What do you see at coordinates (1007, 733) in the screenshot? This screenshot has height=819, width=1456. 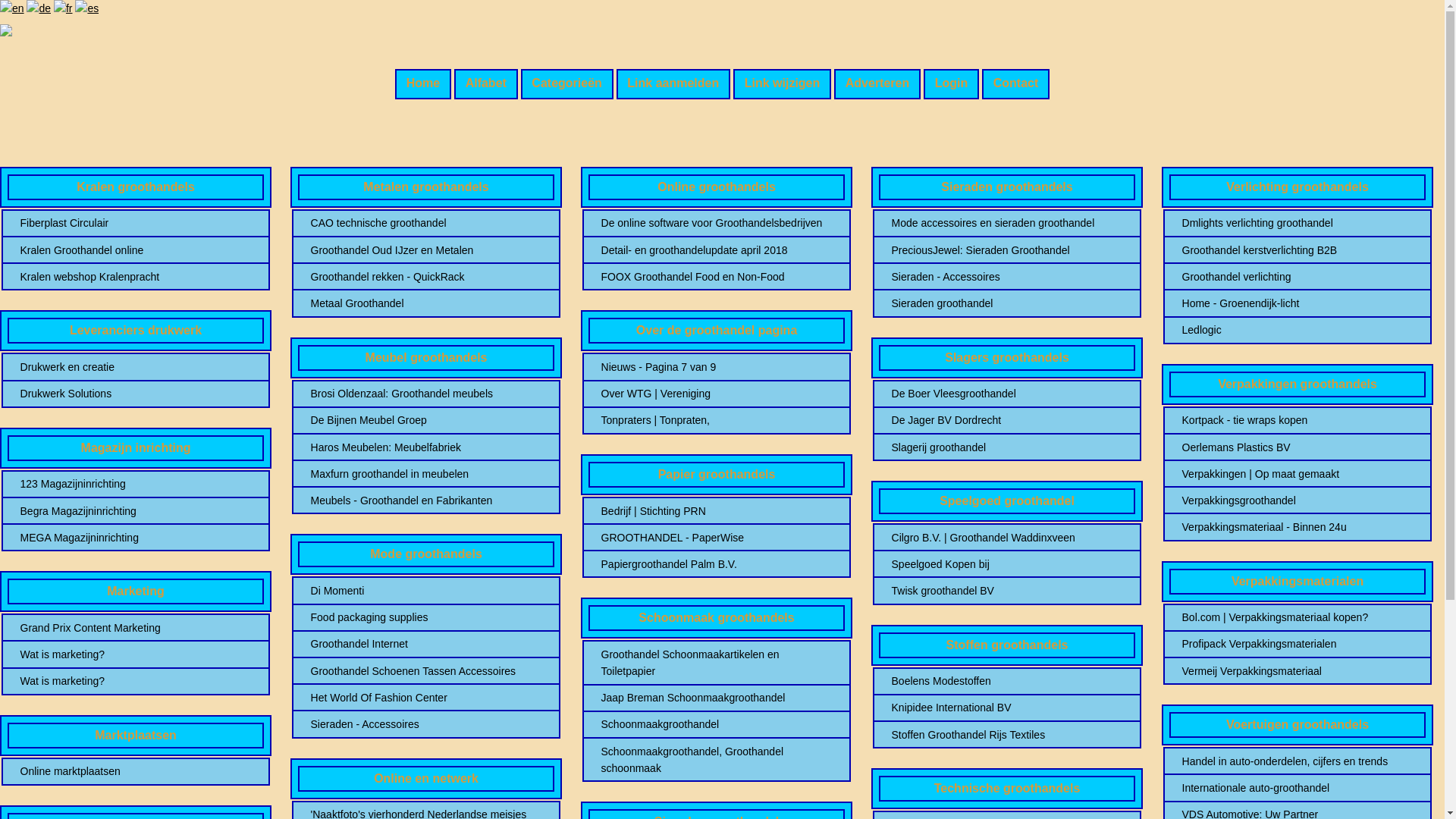 I see `'Stoffen Groothandel Rijs Textiles'` at bounding box center [1007, 733].